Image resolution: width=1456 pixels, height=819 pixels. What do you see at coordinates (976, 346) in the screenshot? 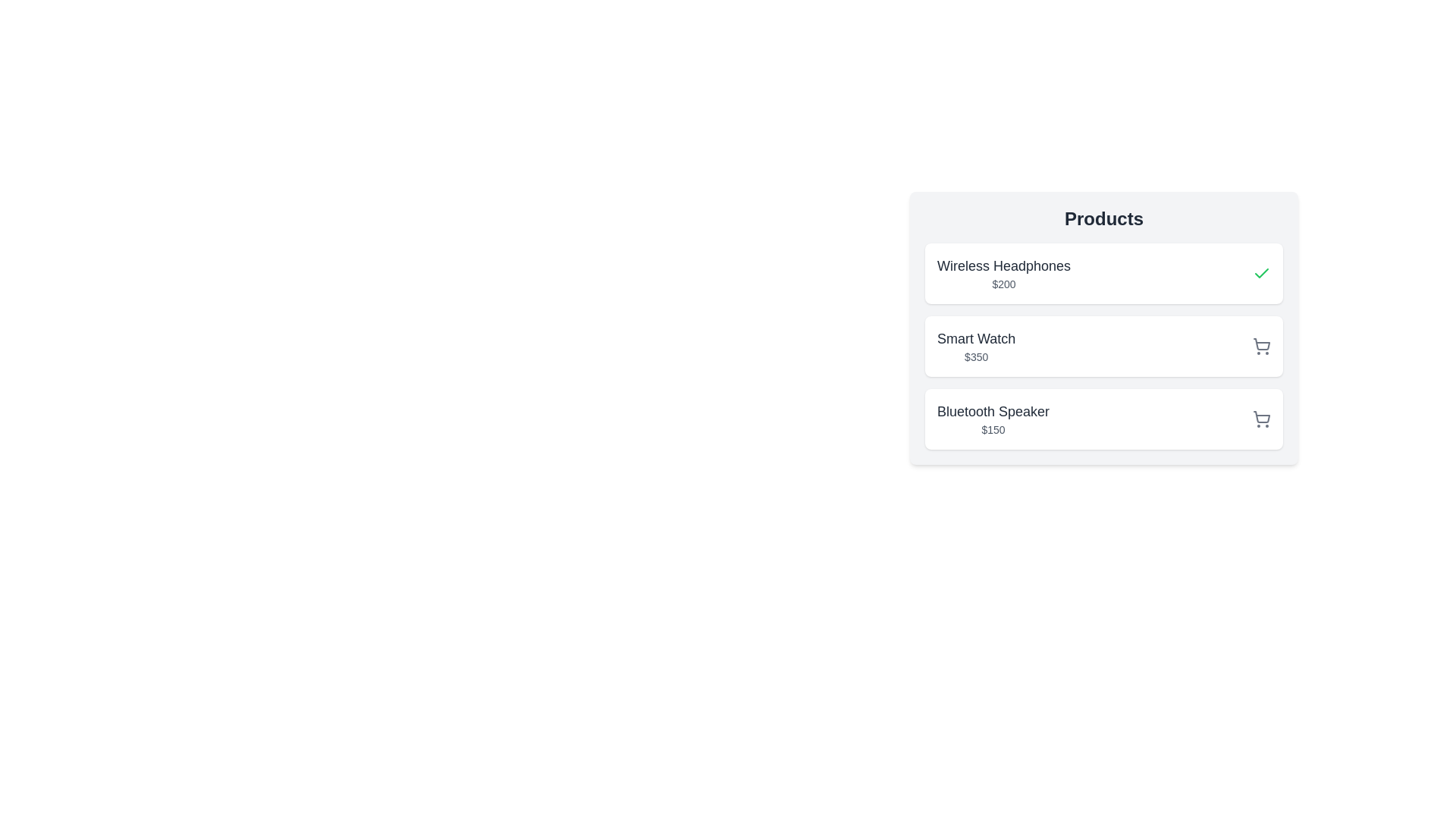
I see `text from the Text Display that contains the product name 'Smart Watch' and its price '$350', which is styled with a larger bold font for the product name and a smaller lighter style for the price, located centrally within a white card with rounded corners` at bounding box center [976, 346].